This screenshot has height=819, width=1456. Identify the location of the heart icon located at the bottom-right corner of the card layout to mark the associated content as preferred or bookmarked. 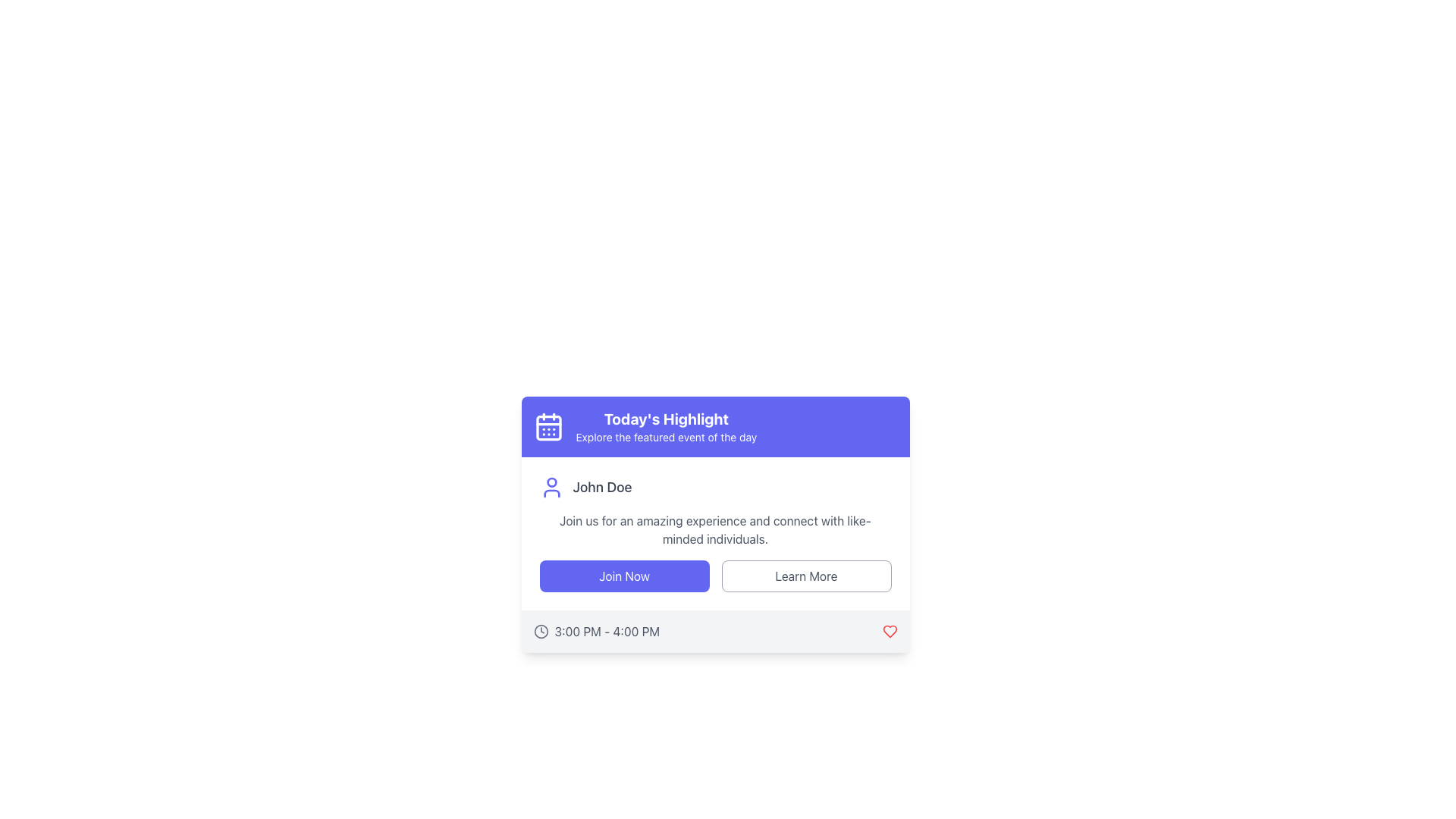
(890, 632).